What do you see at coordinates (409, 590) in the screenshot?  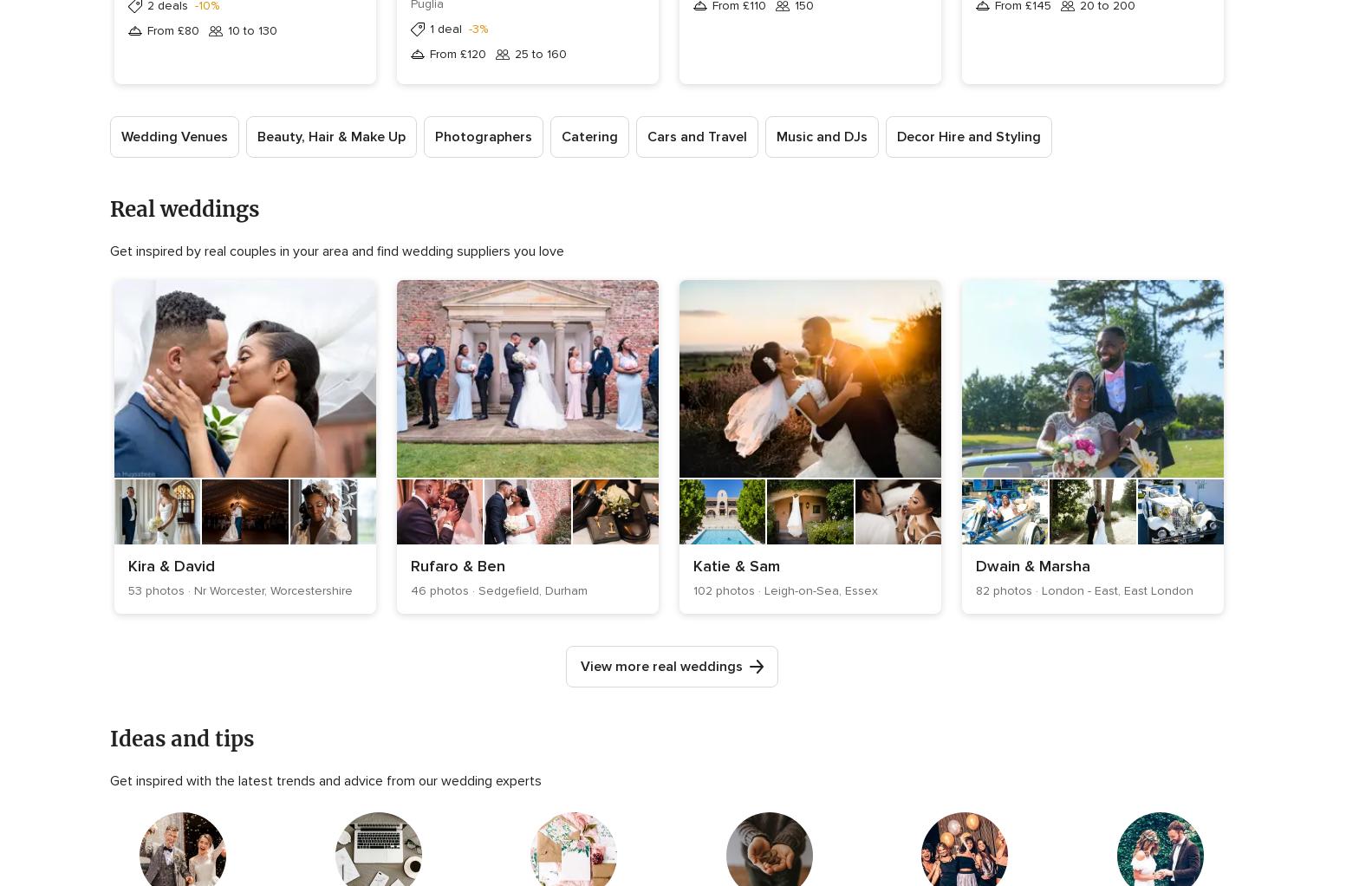 I see `'46 photos · Sedgefield, Durham'` at bounding box center [409, 590].